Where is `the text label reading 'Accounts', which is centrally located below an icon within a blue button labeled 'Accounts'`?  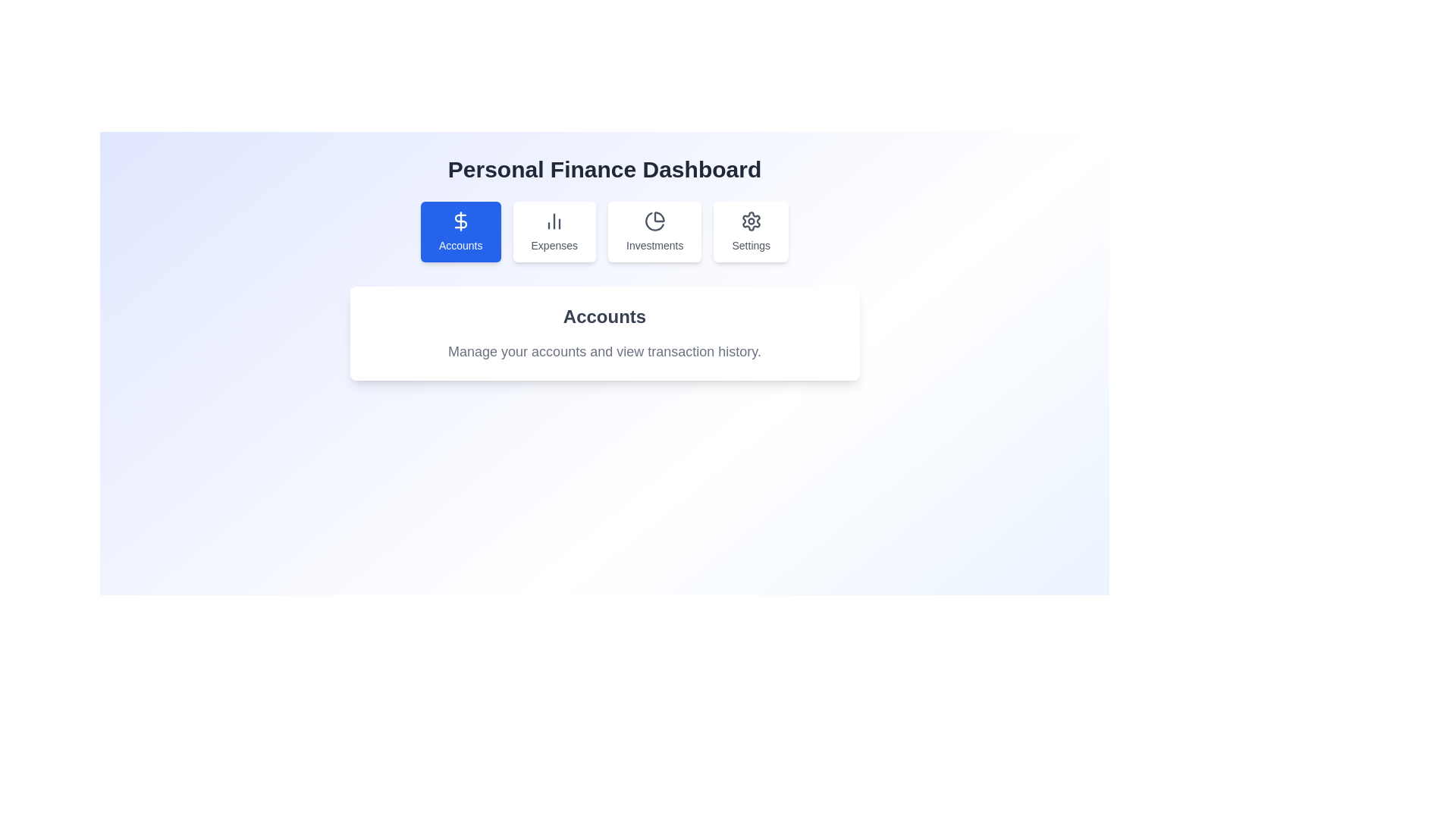 the text label reading 'Accounts', which is centrally located below an icon within a blue button labeled 'Accounts' is located at coordinates (460, 245).